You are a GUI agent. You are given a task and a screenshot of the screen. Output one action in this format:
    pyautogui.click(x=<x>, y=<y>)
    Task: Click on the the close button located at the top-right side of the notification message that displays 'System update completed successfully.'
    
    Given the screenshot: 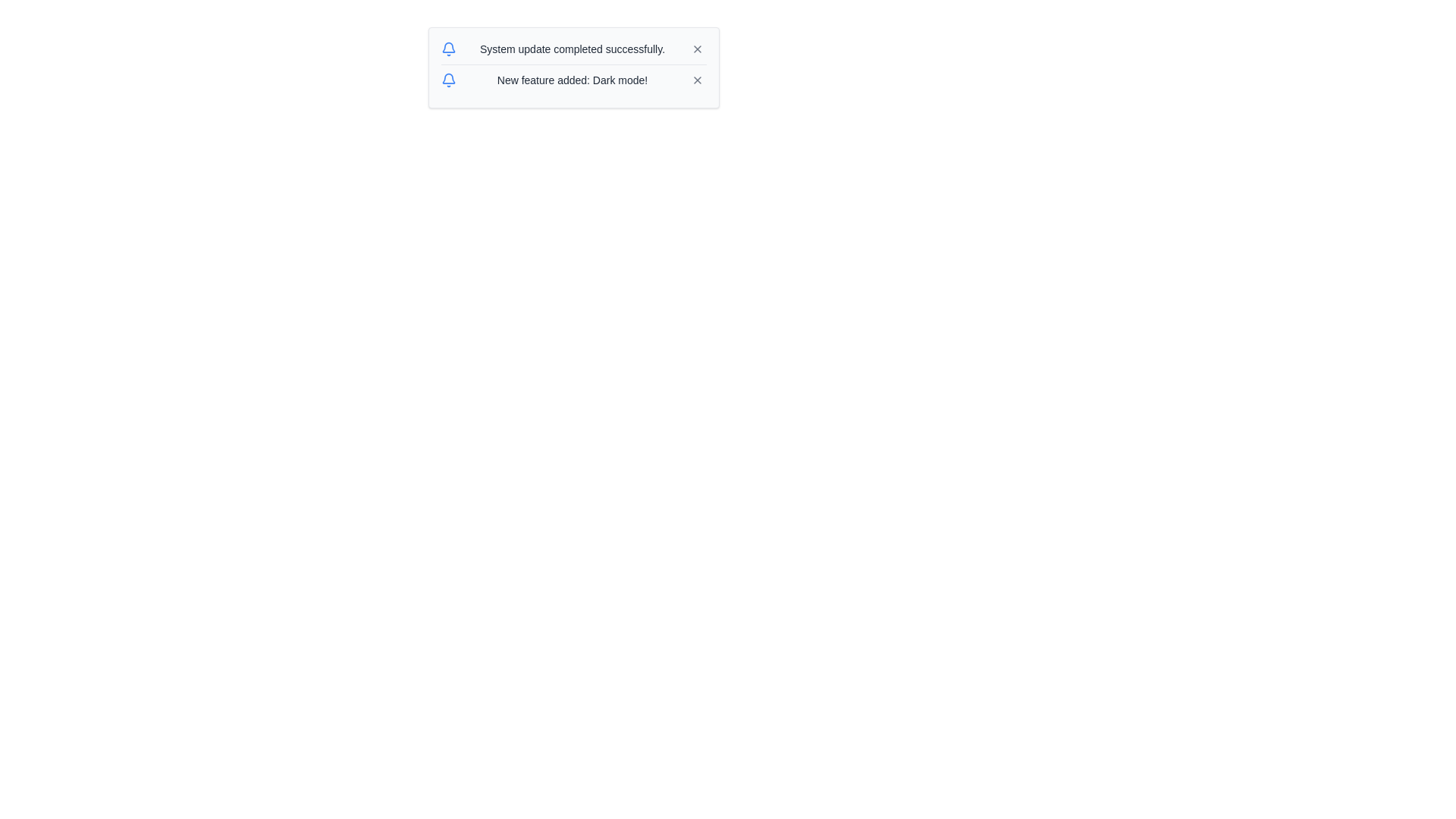 What is the action you would take?
    pyautogui.click(x=697, y=49)
    